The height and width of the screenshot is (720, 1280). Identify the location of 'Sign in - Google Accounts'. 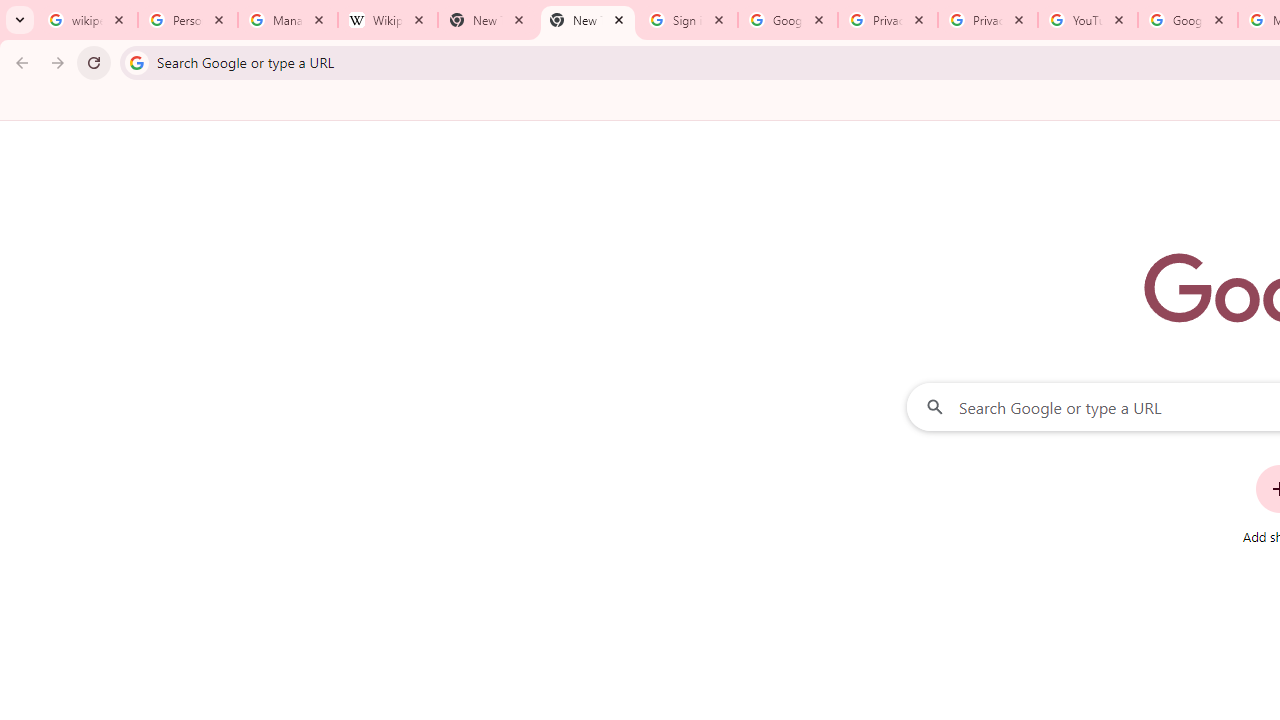
(688, 20).